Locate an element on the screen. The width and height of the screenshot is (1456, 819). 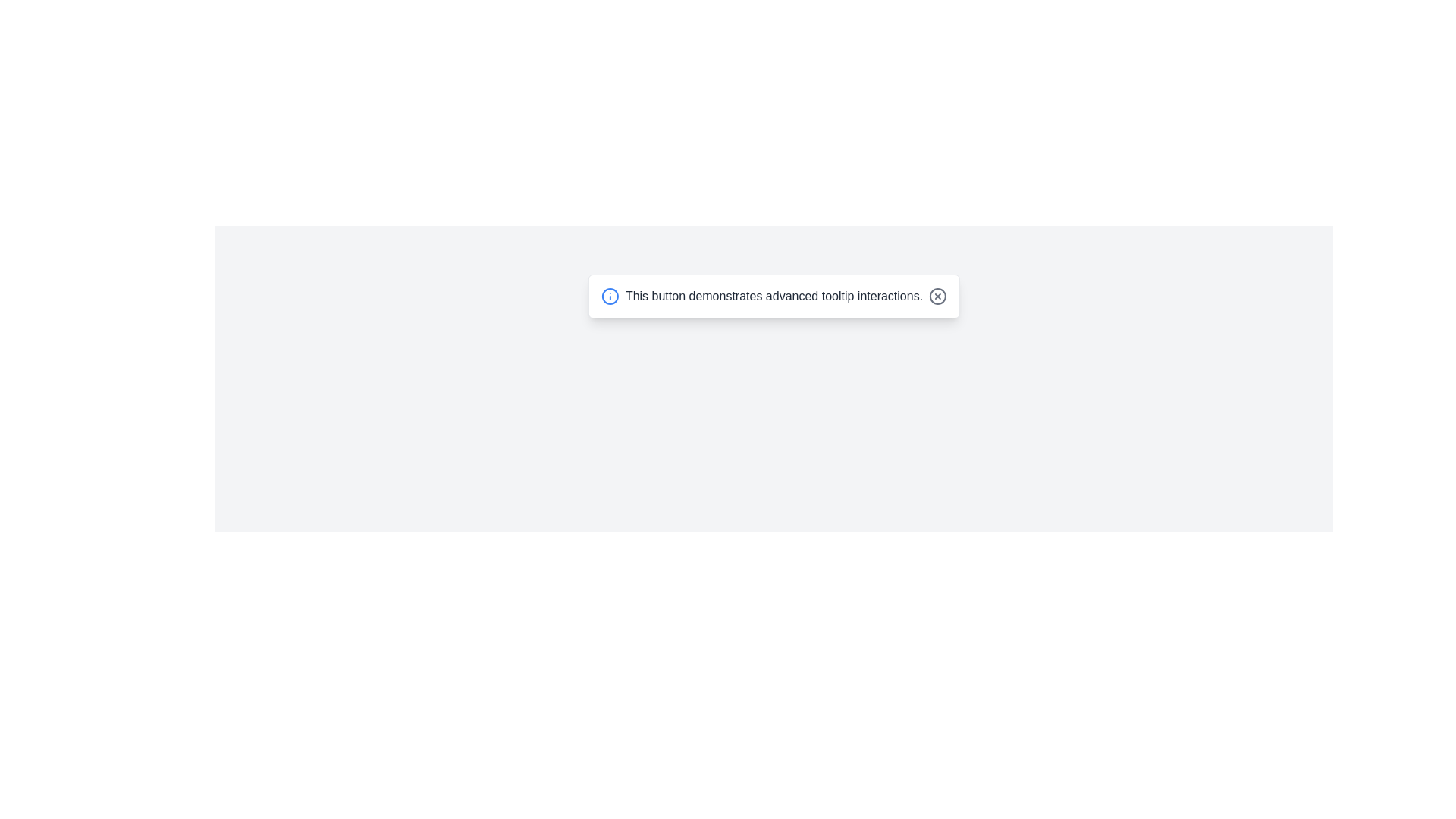
the 'X' icon button styled in gray, located at the right-most position in the horizontal group containing an informational icon and descriptive text is located at coordinates (937, 296).